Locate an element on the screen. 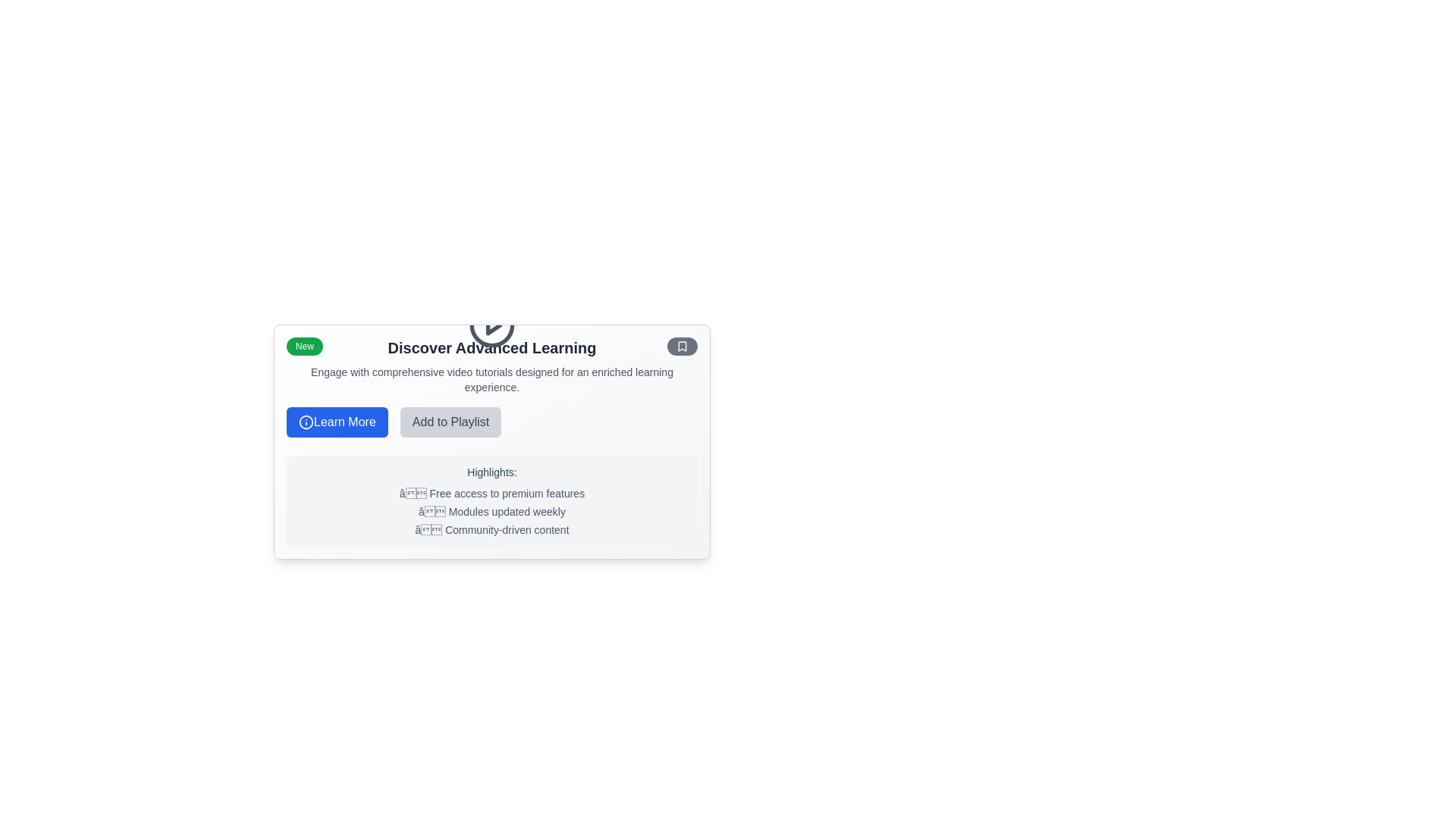  the play button located at the center of the interface, positioned above the 'Discover Advanced Learning' section, to observe the hover effect is located at coordinates (491, 324).